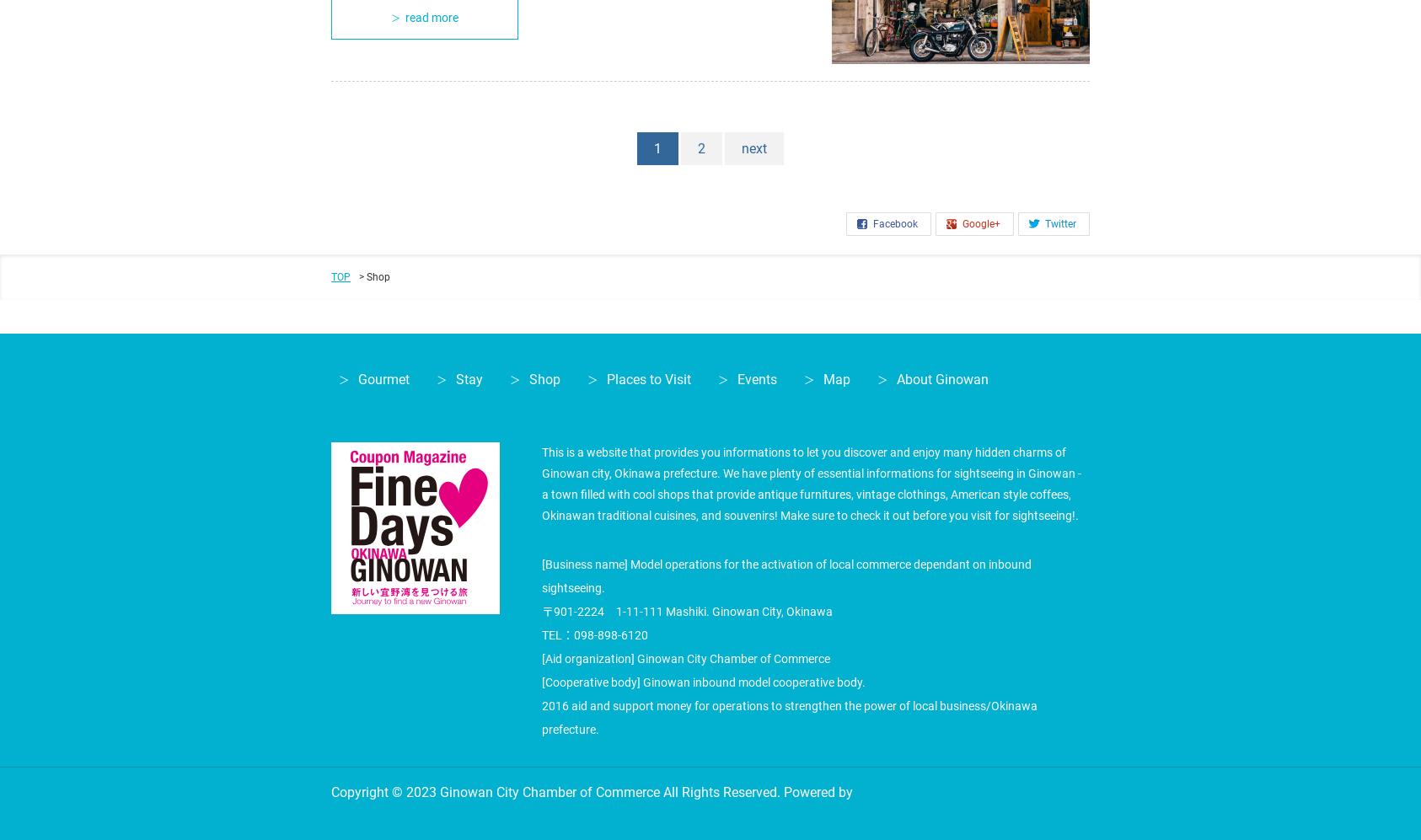 The height and width of the screenshot is (840, 1421). I want to click on 'Facebook', so click(895, 222).